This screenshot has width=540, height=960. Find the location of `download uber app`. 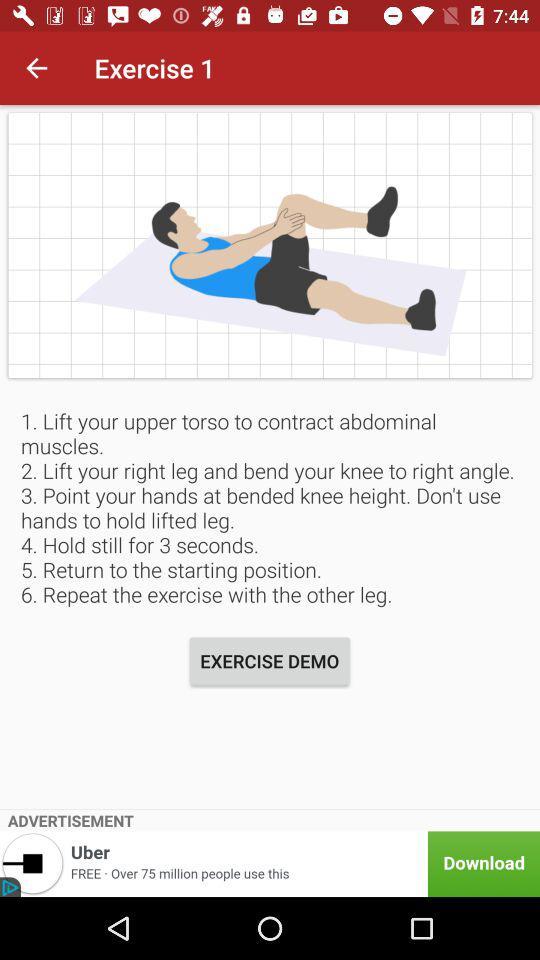

download uber app is located at coordinates (270, 863).